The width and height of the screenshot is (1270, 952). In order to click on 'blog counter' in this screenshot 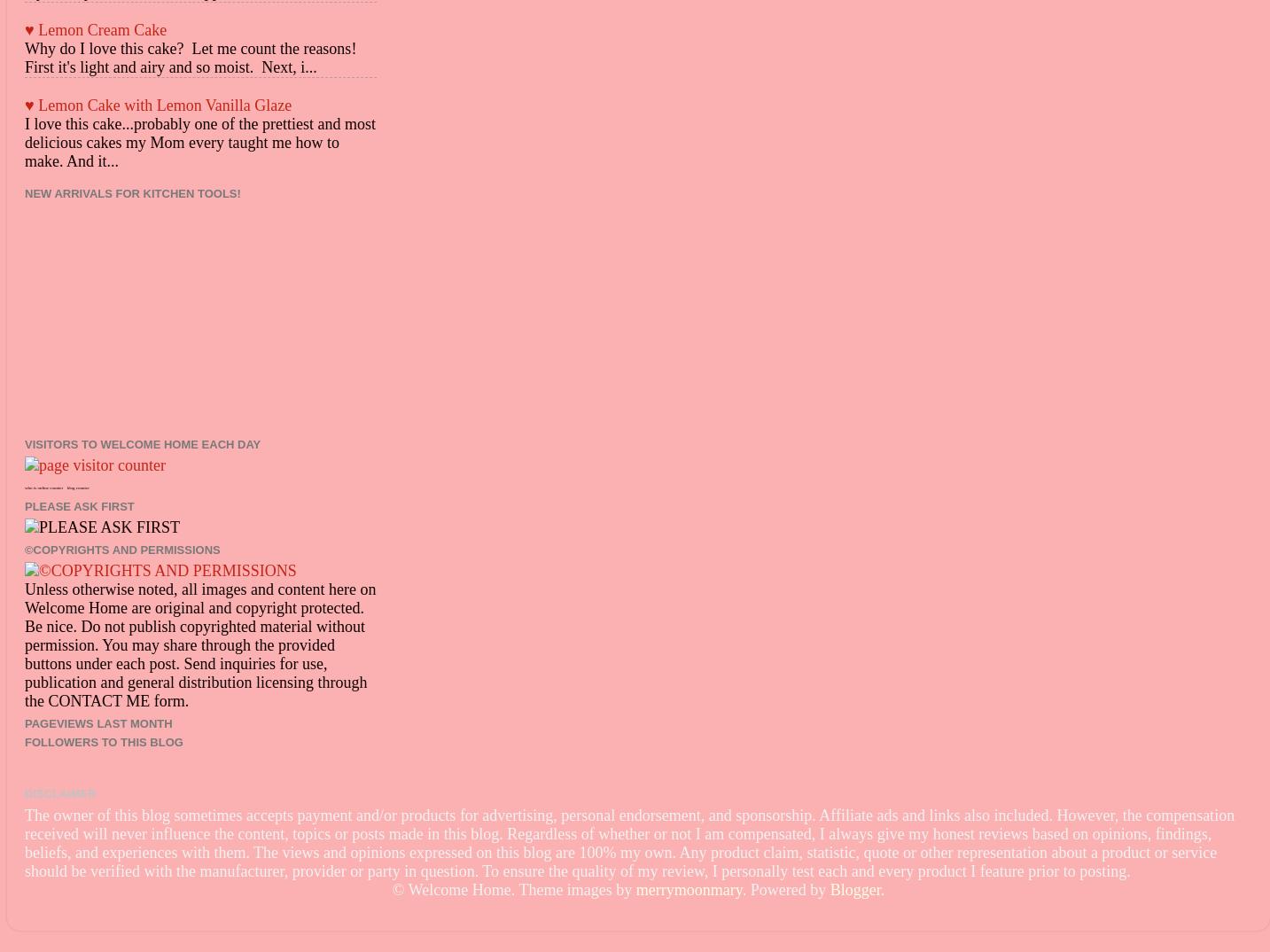, I will do `click(76, 487)`.